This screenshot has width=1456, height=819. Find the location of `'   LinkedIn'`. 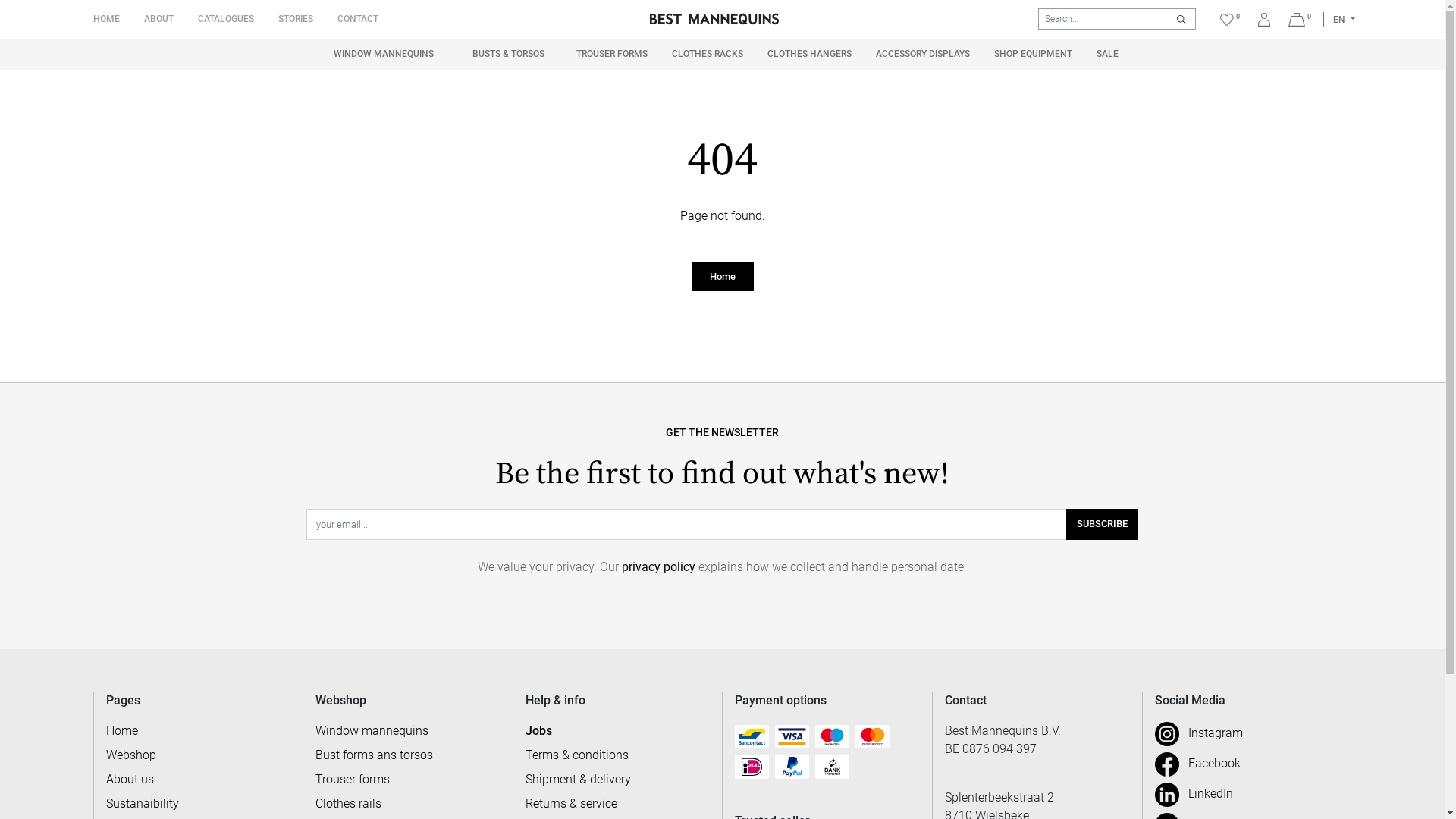

'   LinkedIn' is located at coordinates (1193, 792).